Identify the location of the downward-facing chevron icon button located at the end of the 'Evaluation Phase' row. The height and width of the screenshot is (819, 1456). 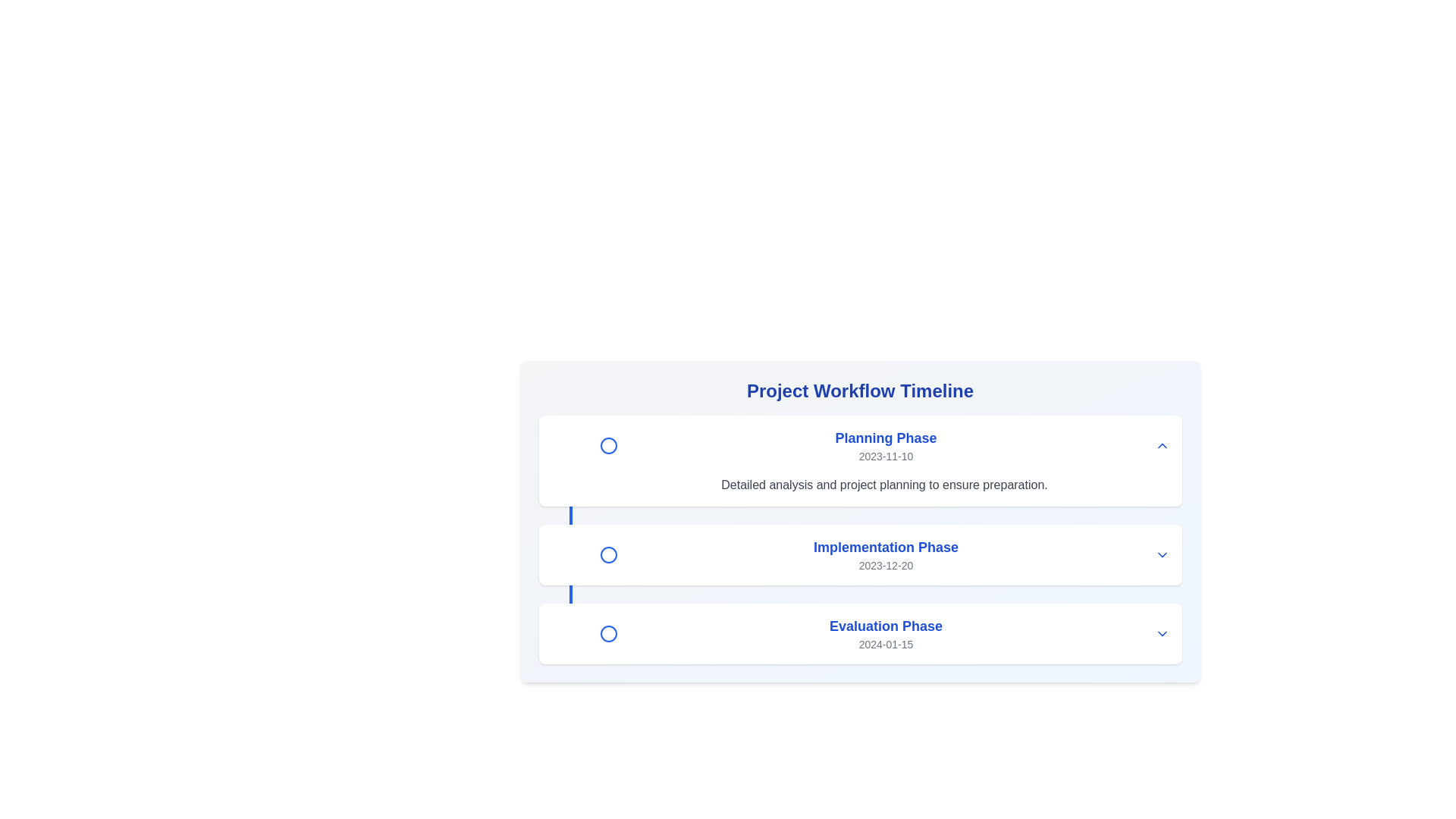
(1161, 634).